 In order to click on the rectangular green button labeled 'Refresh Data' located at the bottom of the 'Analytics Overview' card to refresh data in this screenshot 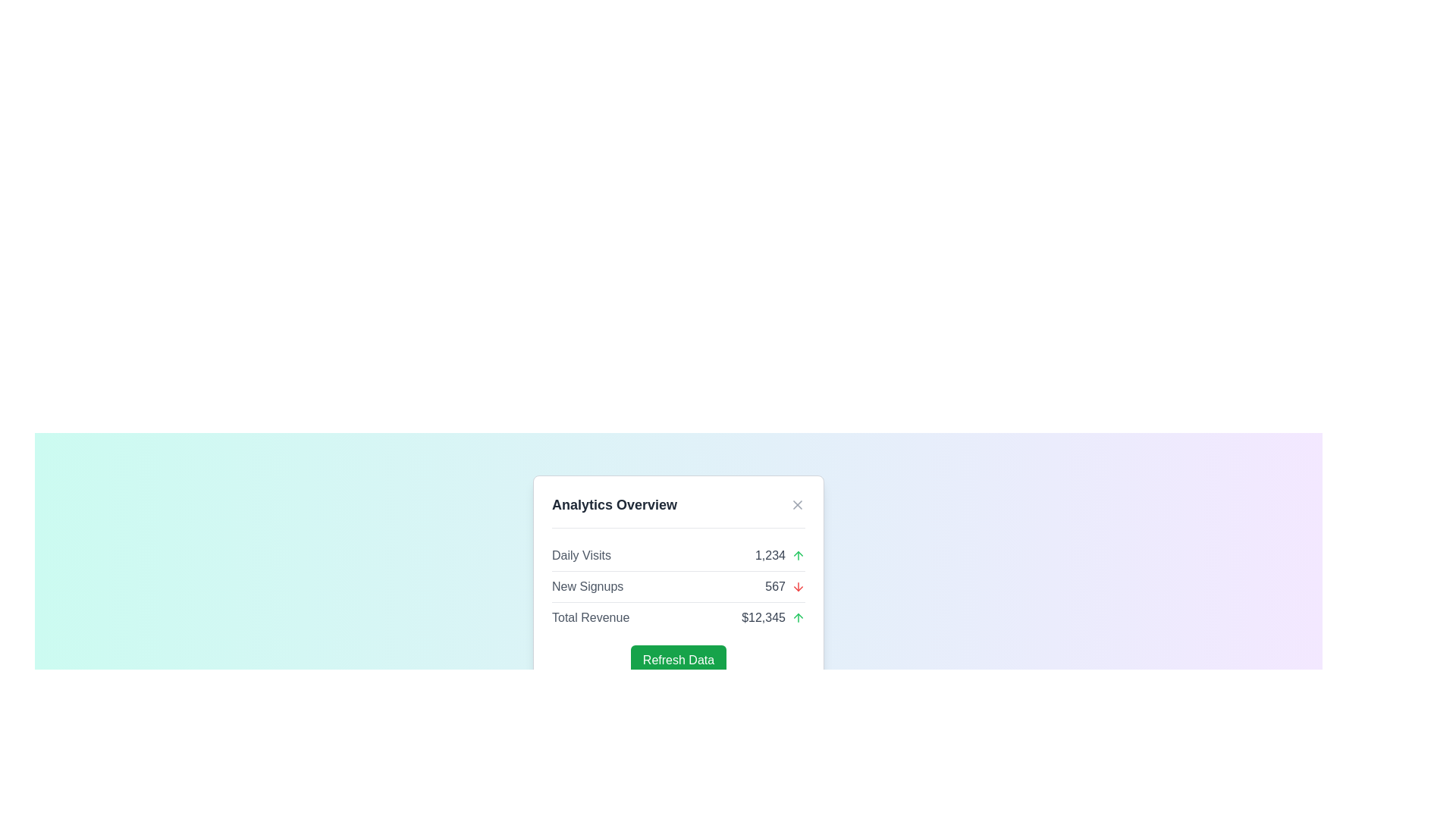, I will do `click(677, 660)`.